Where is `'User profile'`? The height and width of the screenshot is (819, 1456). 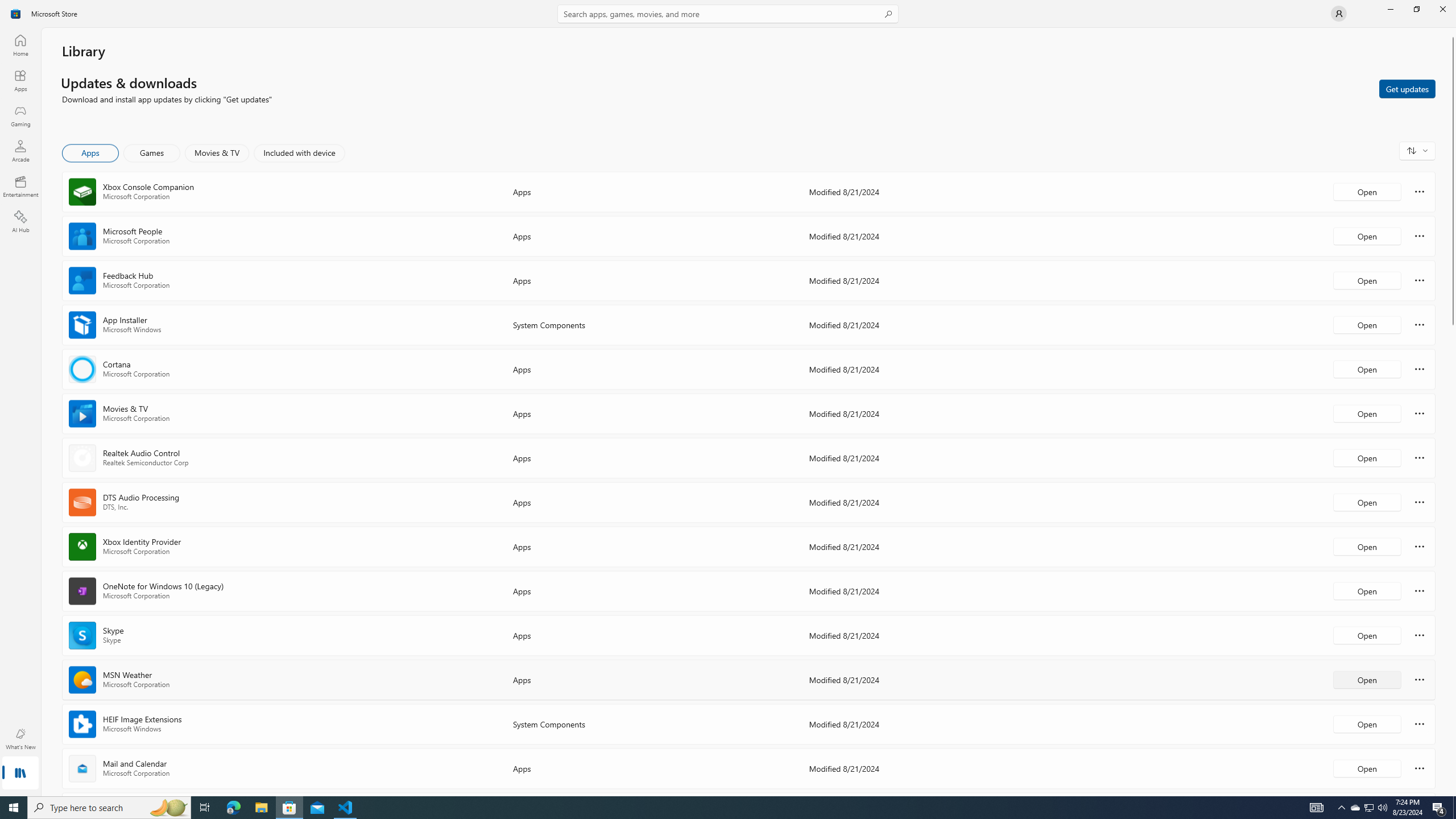
'User profile' is located at coordinates (1338, 13).